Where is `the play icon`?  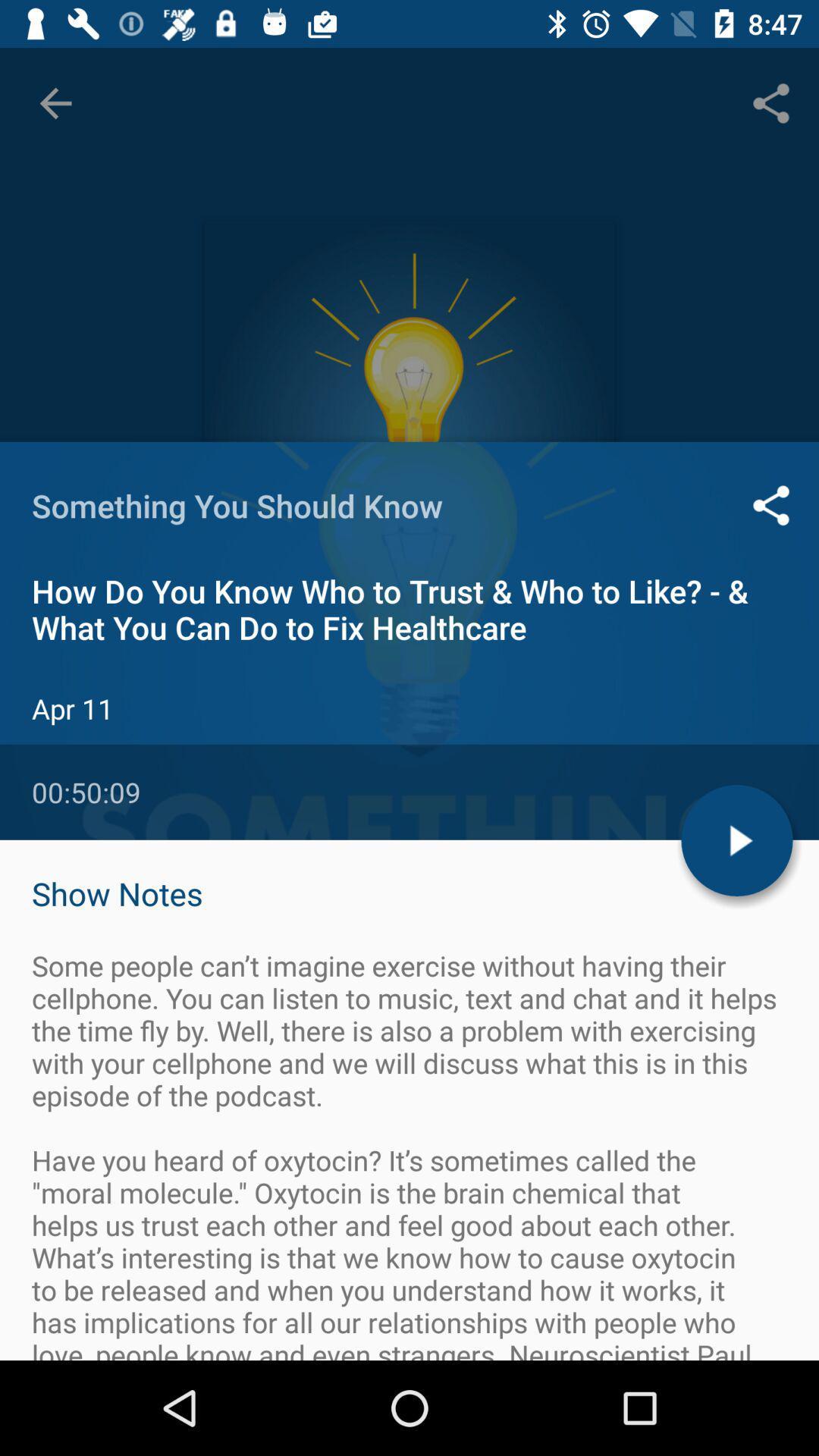
the play icon is located at coordinates (736, 839).